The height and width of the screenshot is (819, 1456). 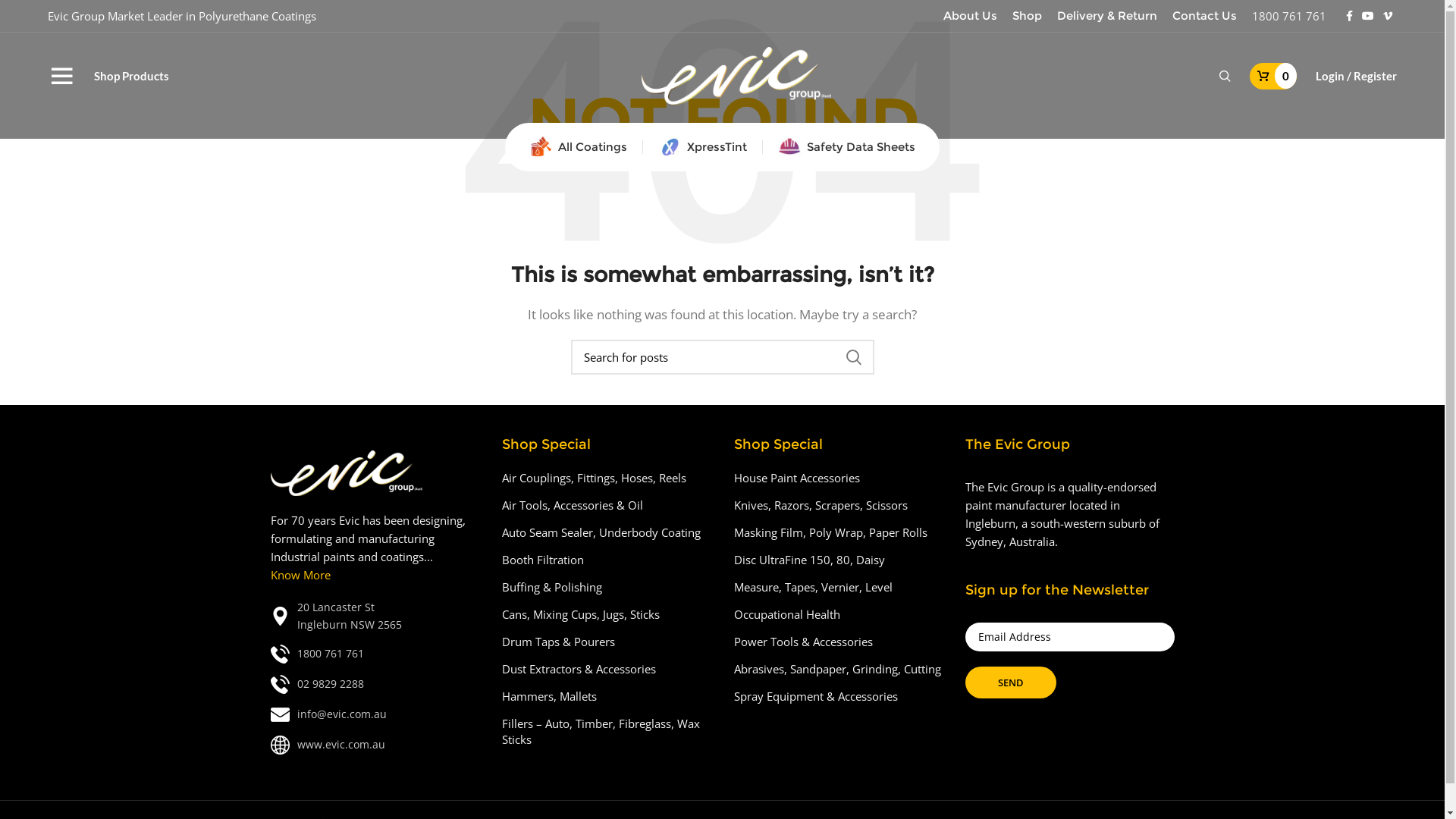 I want to click on 'All Coatings', so click(x=577, y=146).